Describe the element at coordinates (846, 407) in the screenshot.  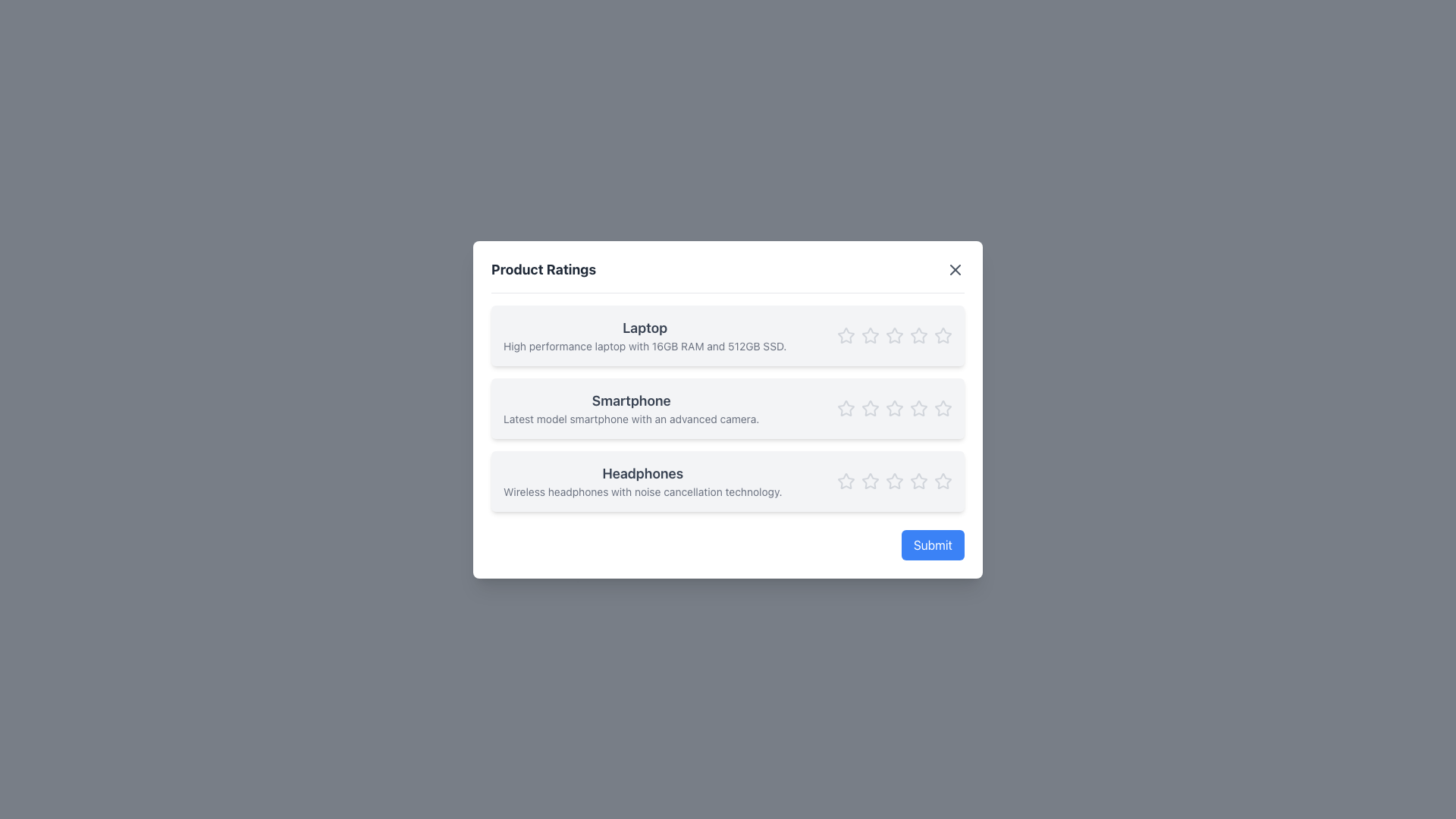
I see `the first star-shaped outline icon in the rating system for the 'Smartphone' label` at that location.